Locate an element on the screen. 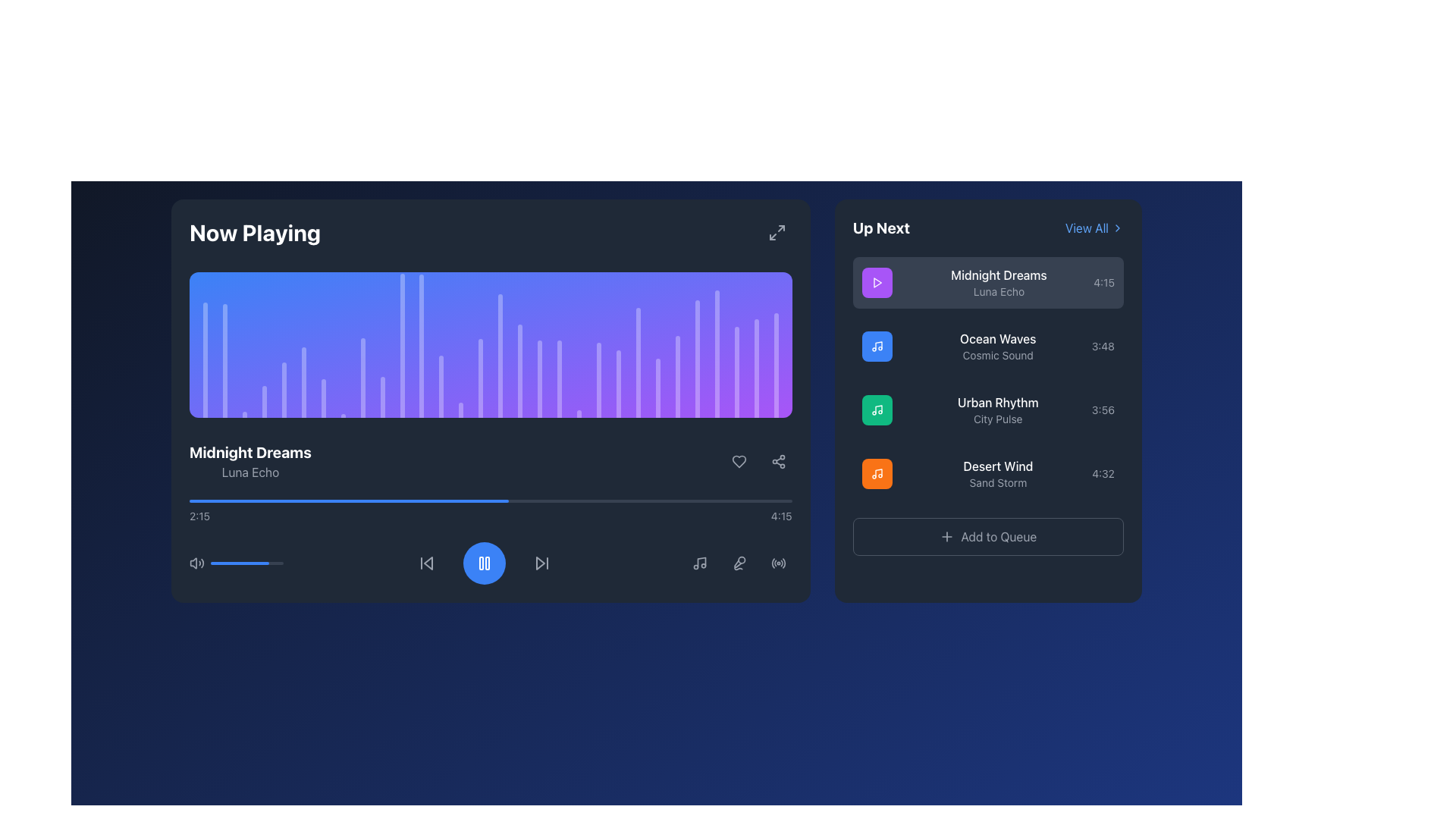  the second item in the 'Up Next' playlist, which represents a music track, located between 'Midnight Dreams' and 'Urban Rhythm' is located at coordinates (988, 346).